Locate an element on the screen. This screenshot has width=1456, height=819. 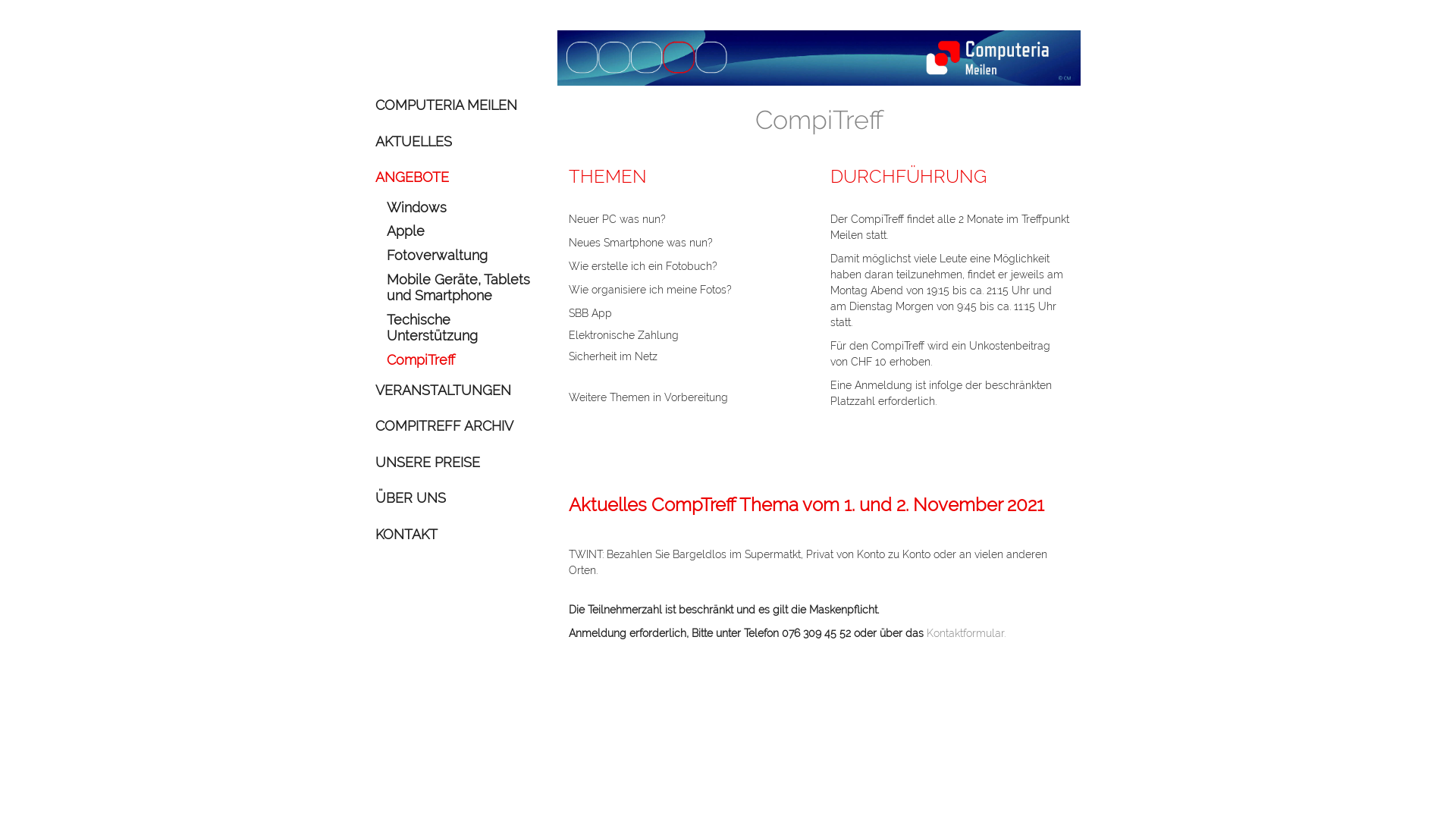
'Fotoverwaltung' is located at coordinates (460, 254).